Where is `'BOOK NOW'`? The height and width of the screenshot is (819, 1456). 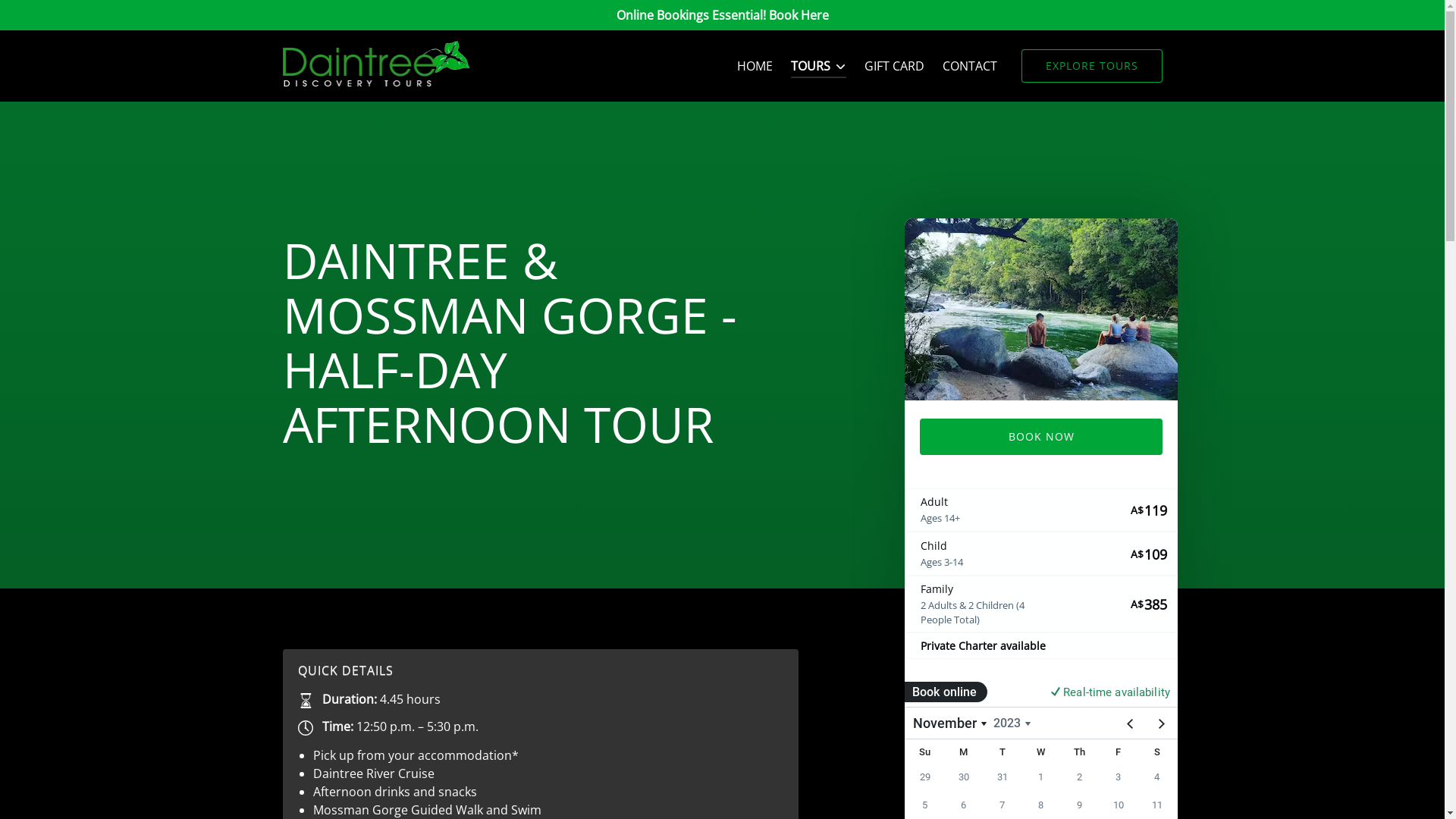 'BOOK NOW' is located at coordinates (918, 436).